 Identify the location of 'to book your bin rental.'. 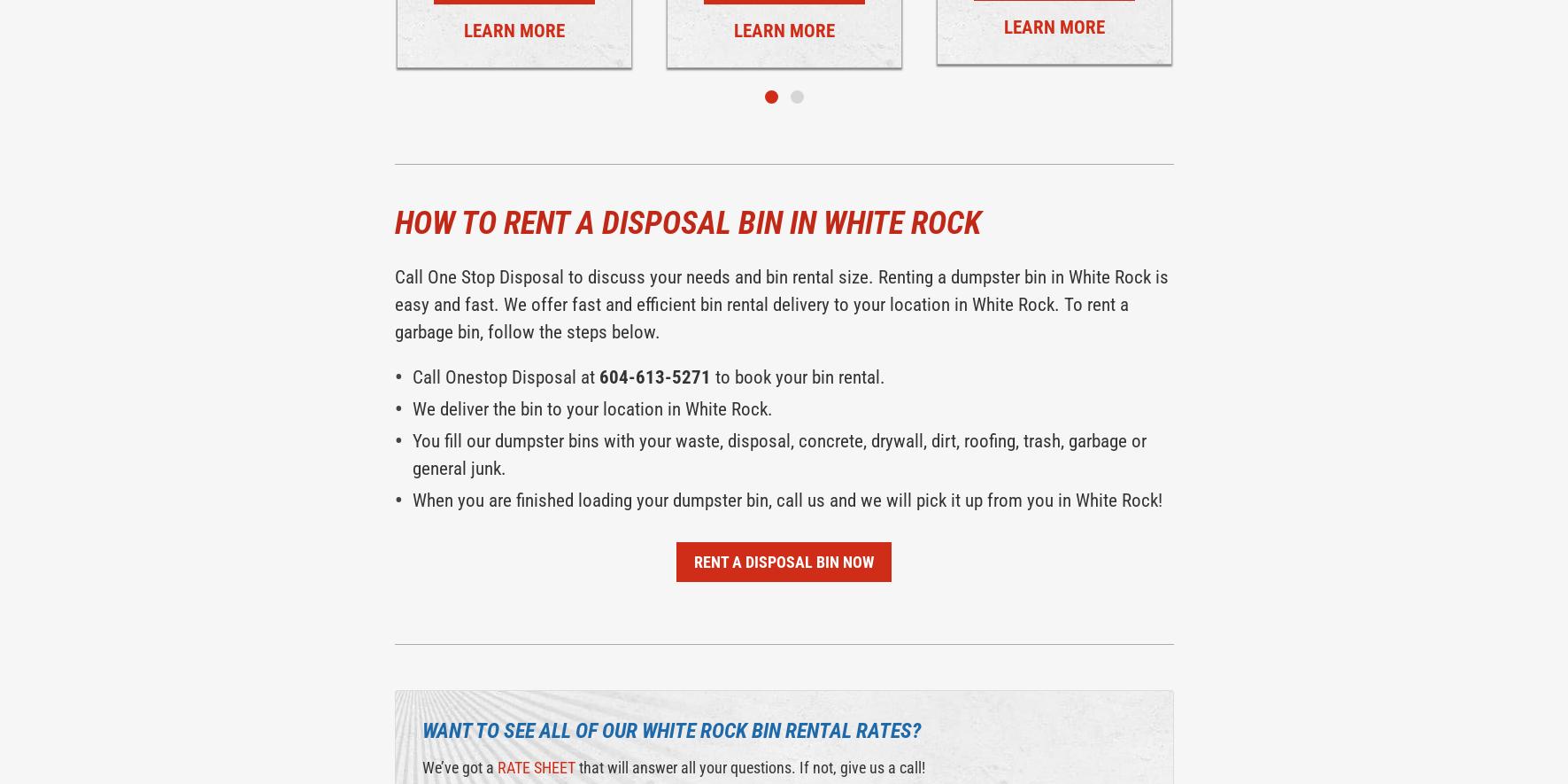
(797, 377).